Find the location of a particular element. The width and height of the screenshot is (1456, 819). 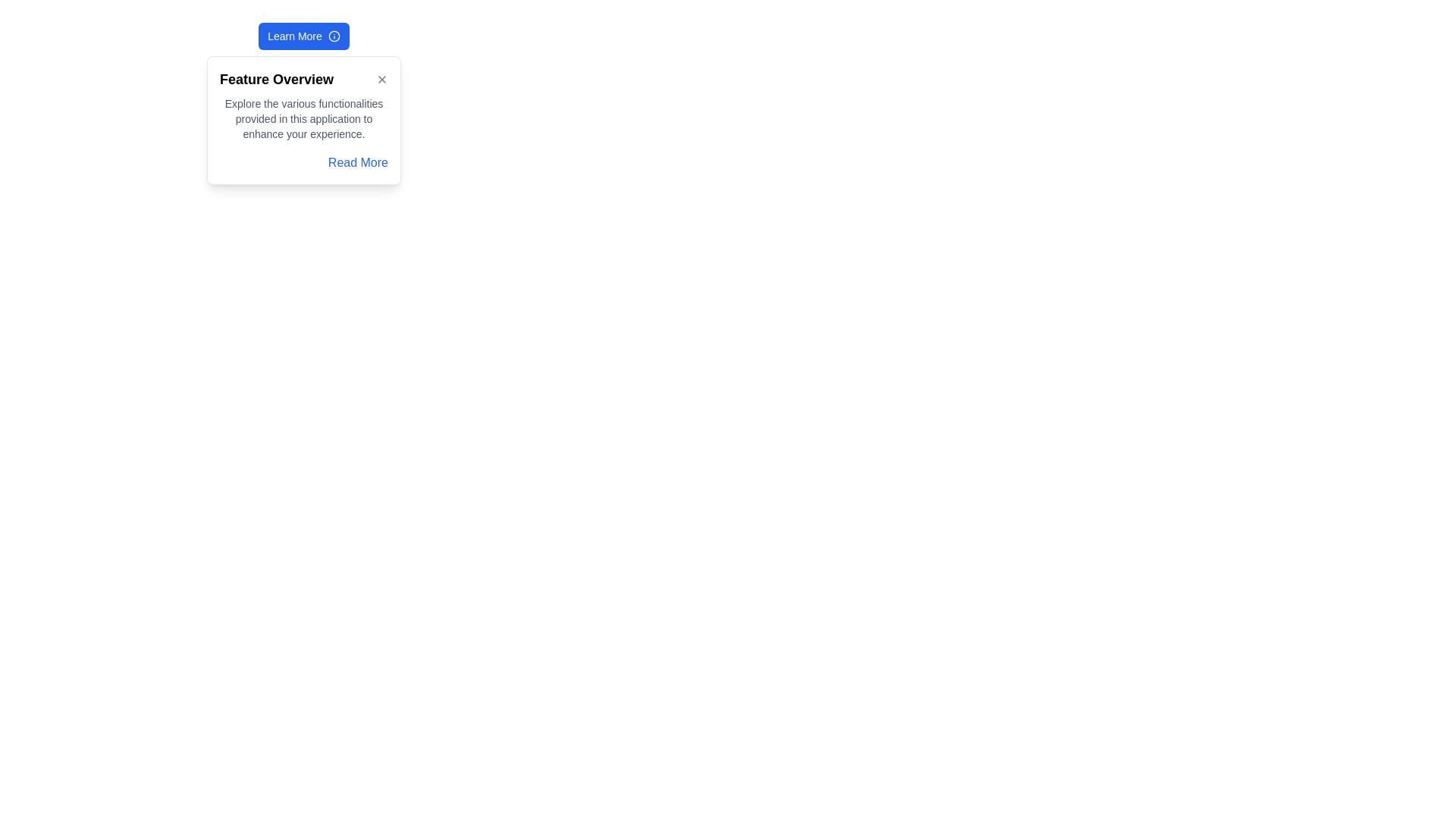

the hyperlink located at the bottom right corner of the 'Feature Overview' informational card is located at coordinates (357, 162).